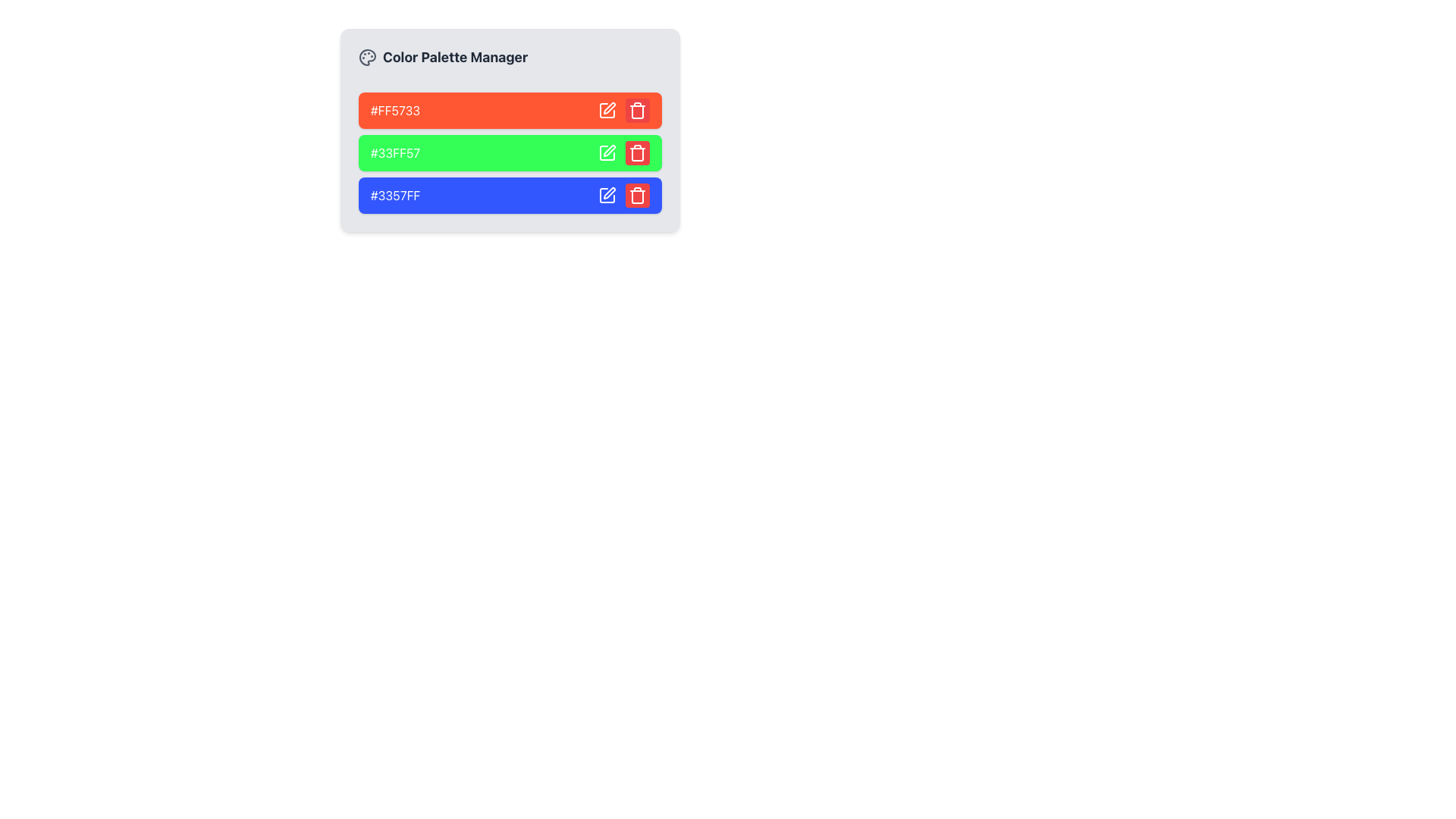  Describe the element at coordinates (607, 195) in the screenshot. I see `the blue color edit button in the 'Color Palette Manager'` at that location.